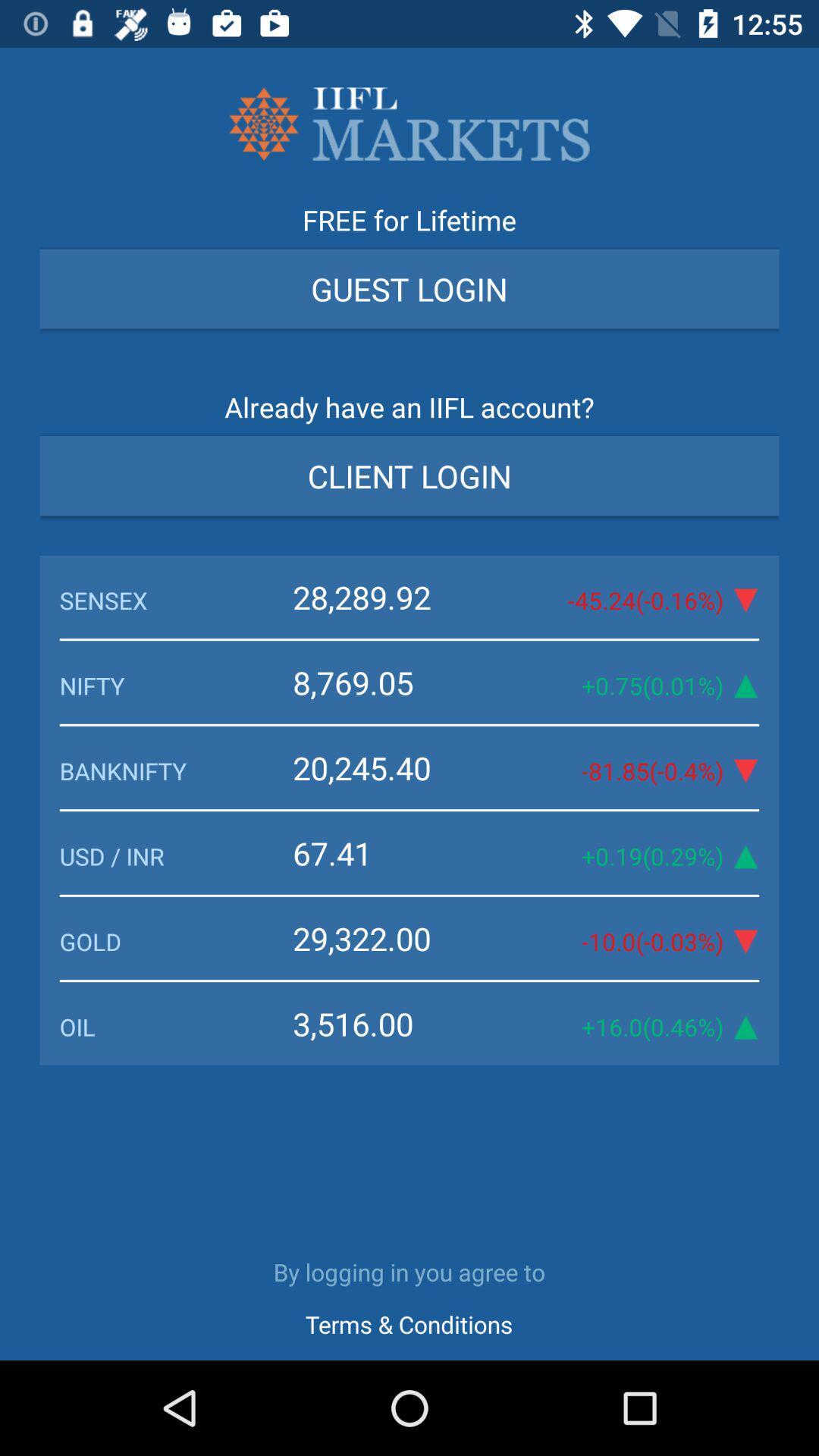 This screenshot has width=819, height=1456. What do you see at coordinates (631, 770) in the screenshot?
I see `the 81 85 0 icon` at bounding box center [631, 770].